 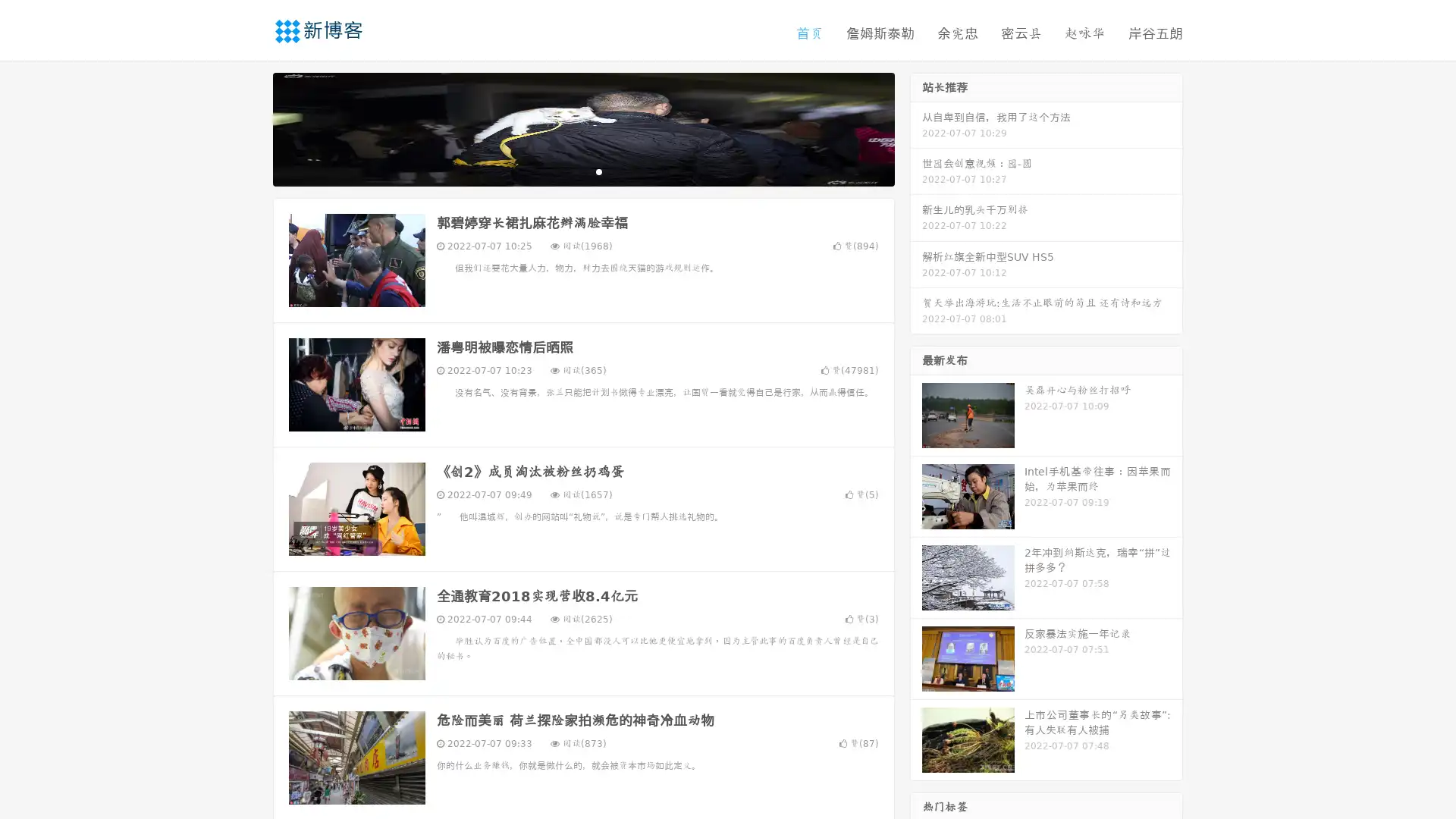 I want to click on Previous slide, so click(x=250, y=127).